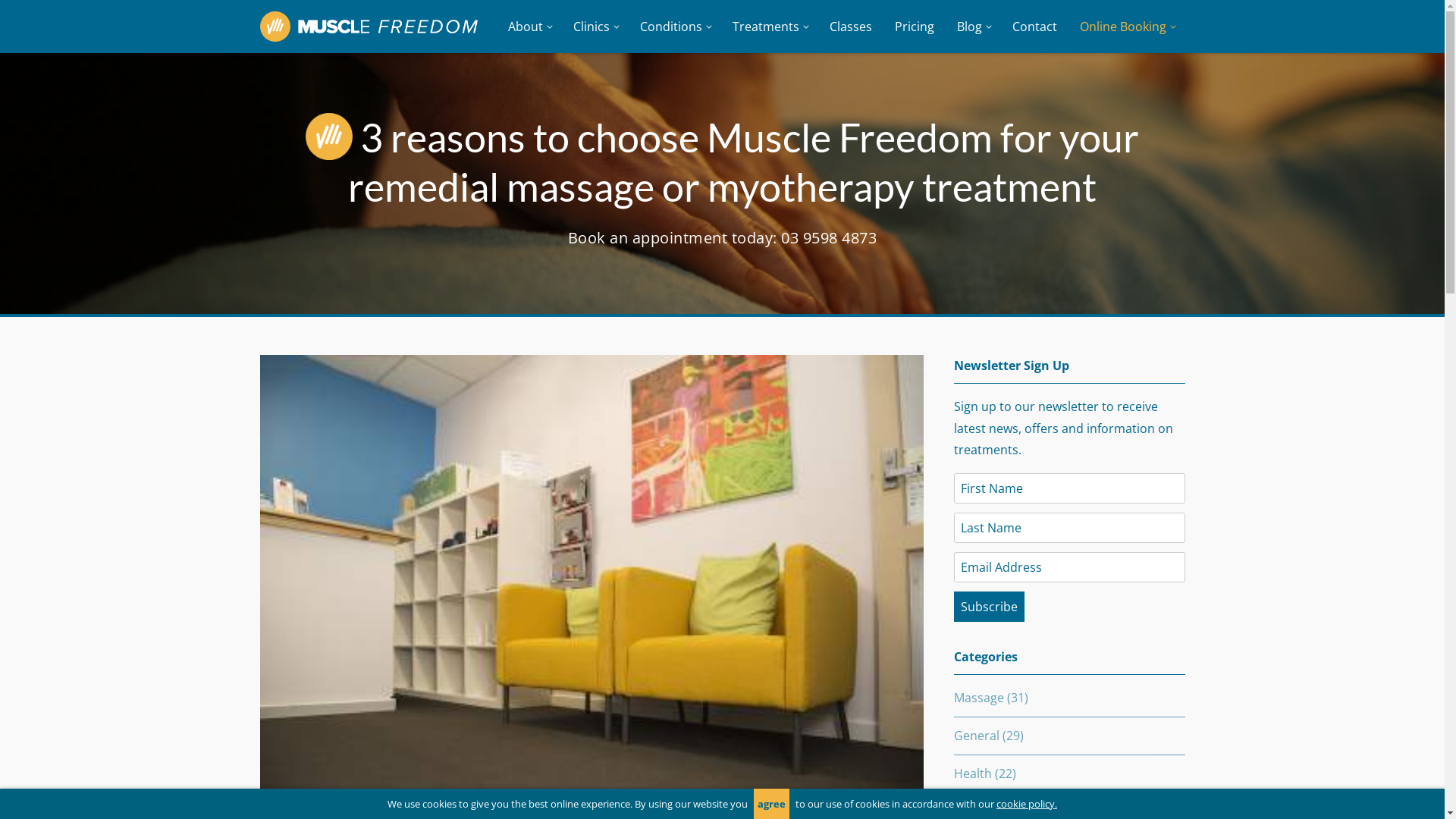 The image size is (1456, 819). I want to click on 'Health', so click(952, 773).